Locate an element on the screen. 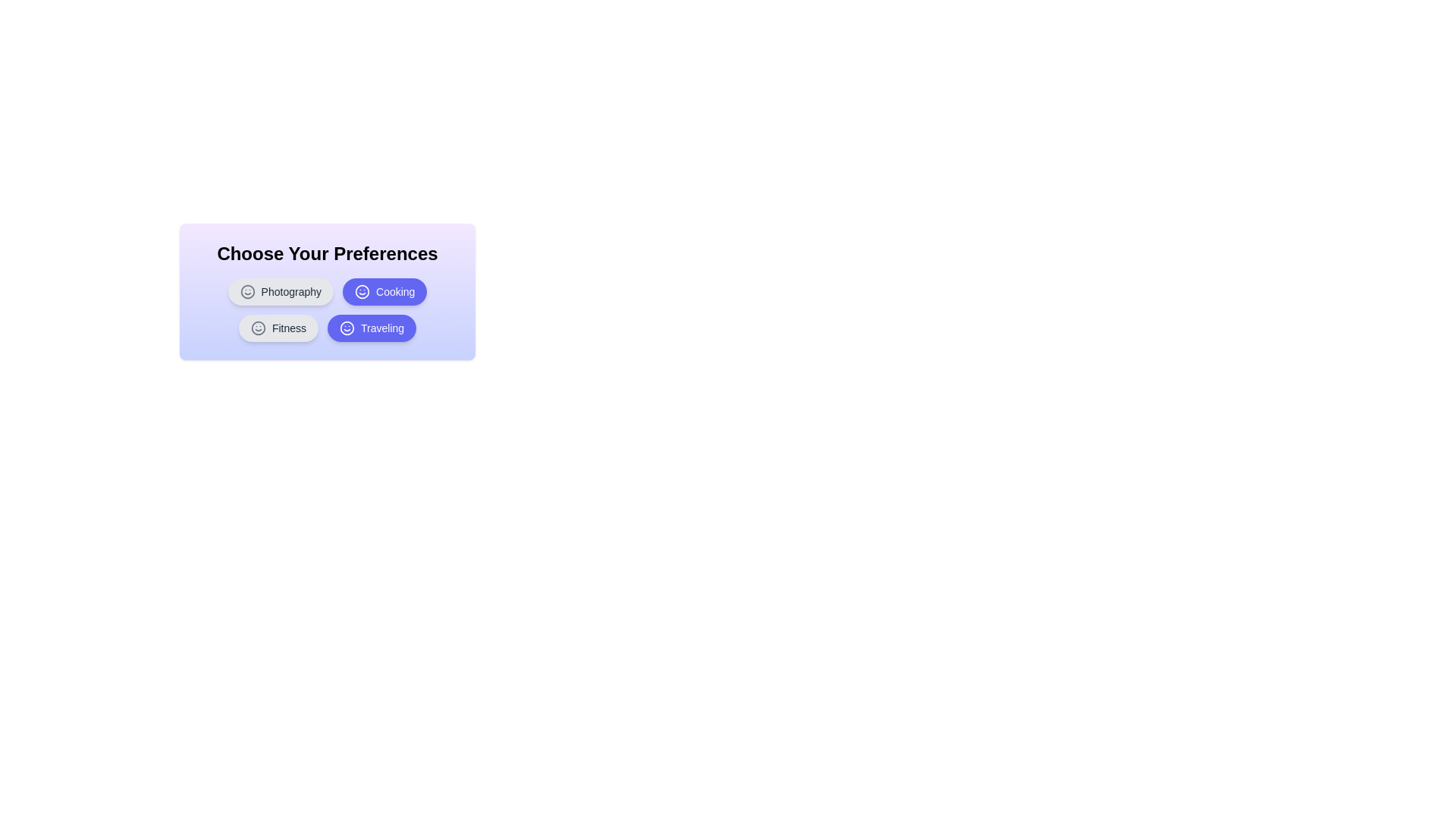 Image resolution: width=1456 pixels, height=819 pixels. the chip labeled 'Fitness' is located at coordinates (278, 327).